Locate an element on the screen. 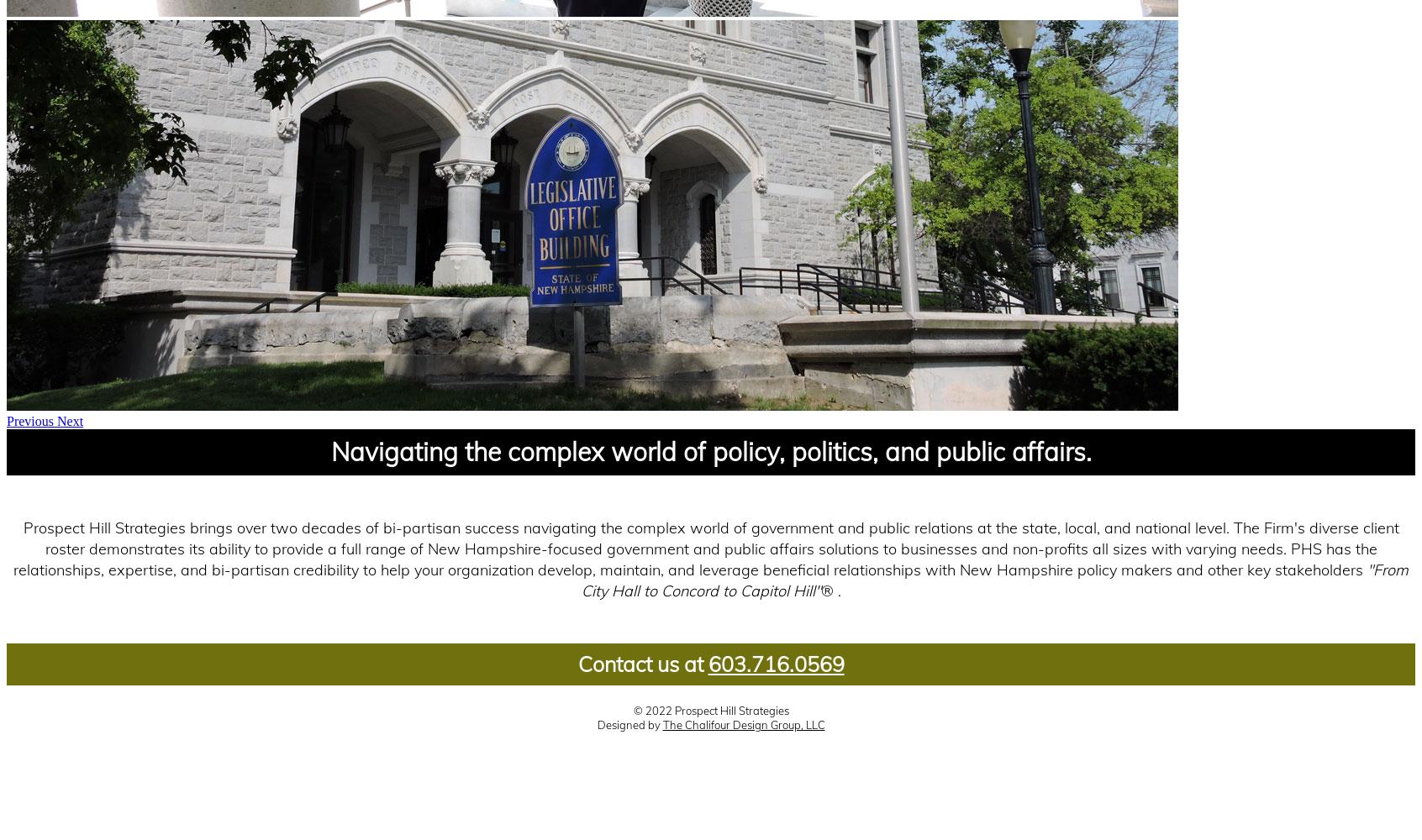  'Previous' is located at coordinates (29, 421).